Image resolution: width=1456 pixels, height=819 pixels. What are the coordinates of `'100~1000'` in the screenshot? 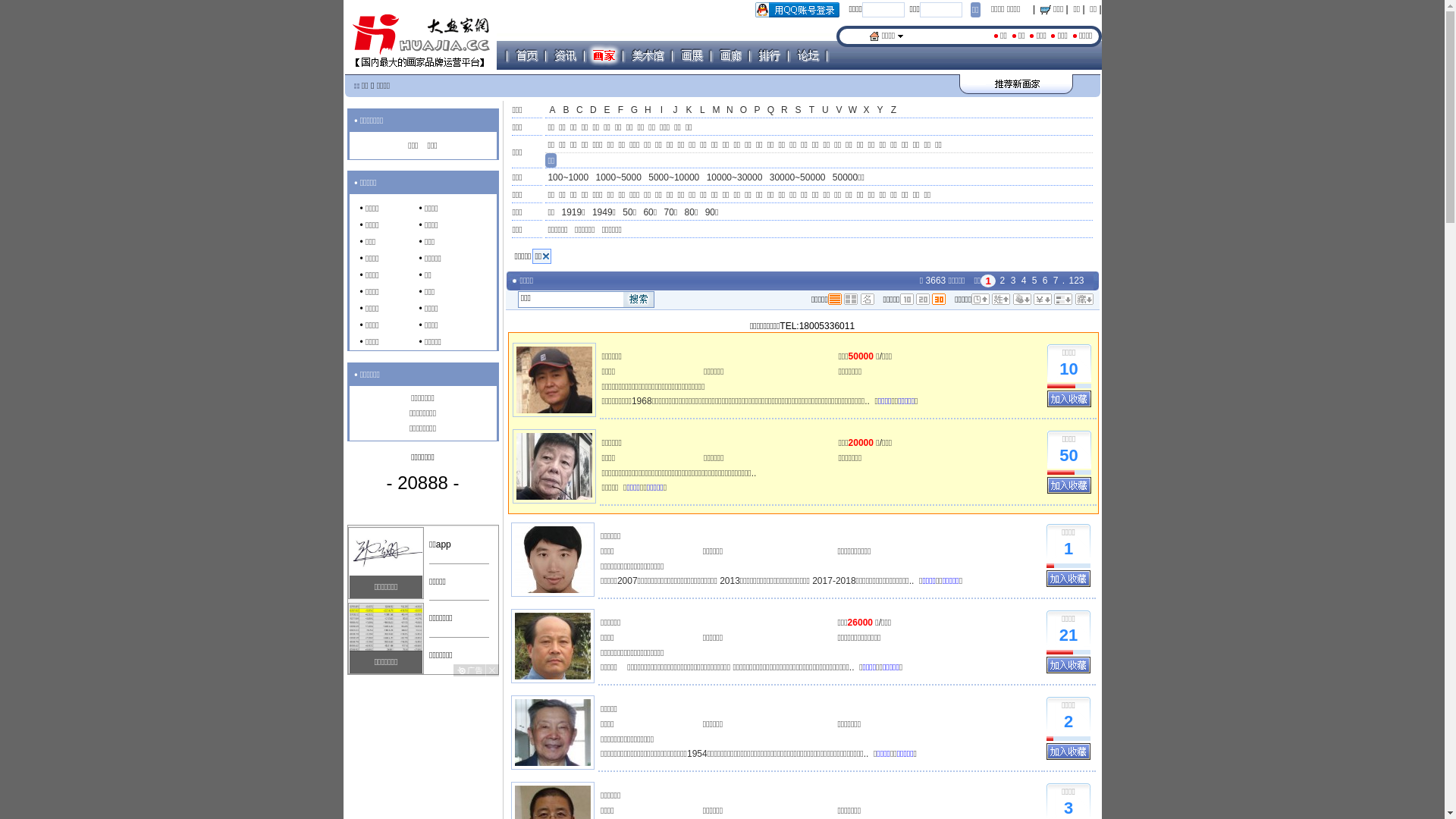 It's located at (545, 177).